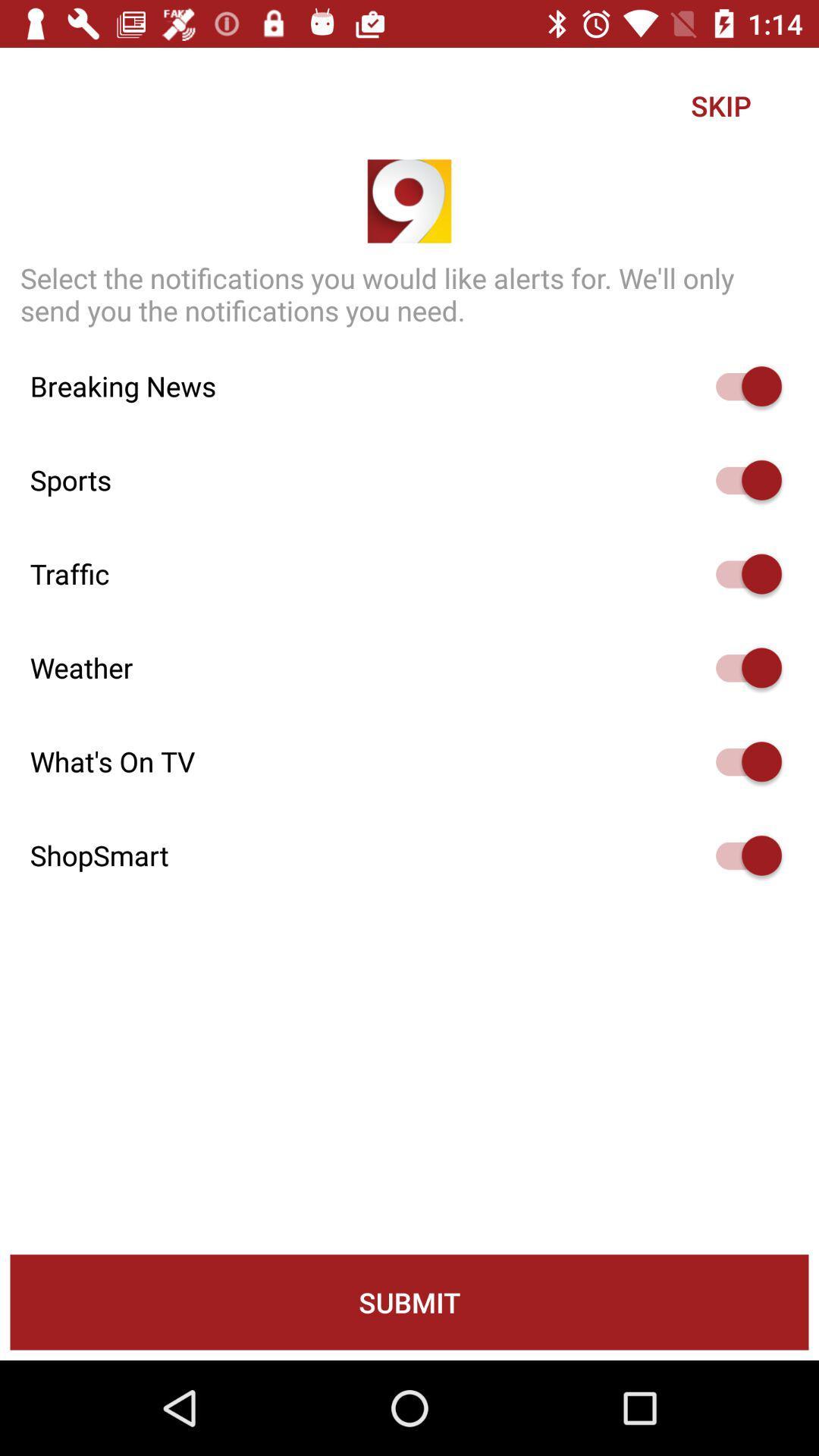  What do you see at coordinates (741, 761) in the screenshot?
I see `turn off` at bounding box center [741, 761].